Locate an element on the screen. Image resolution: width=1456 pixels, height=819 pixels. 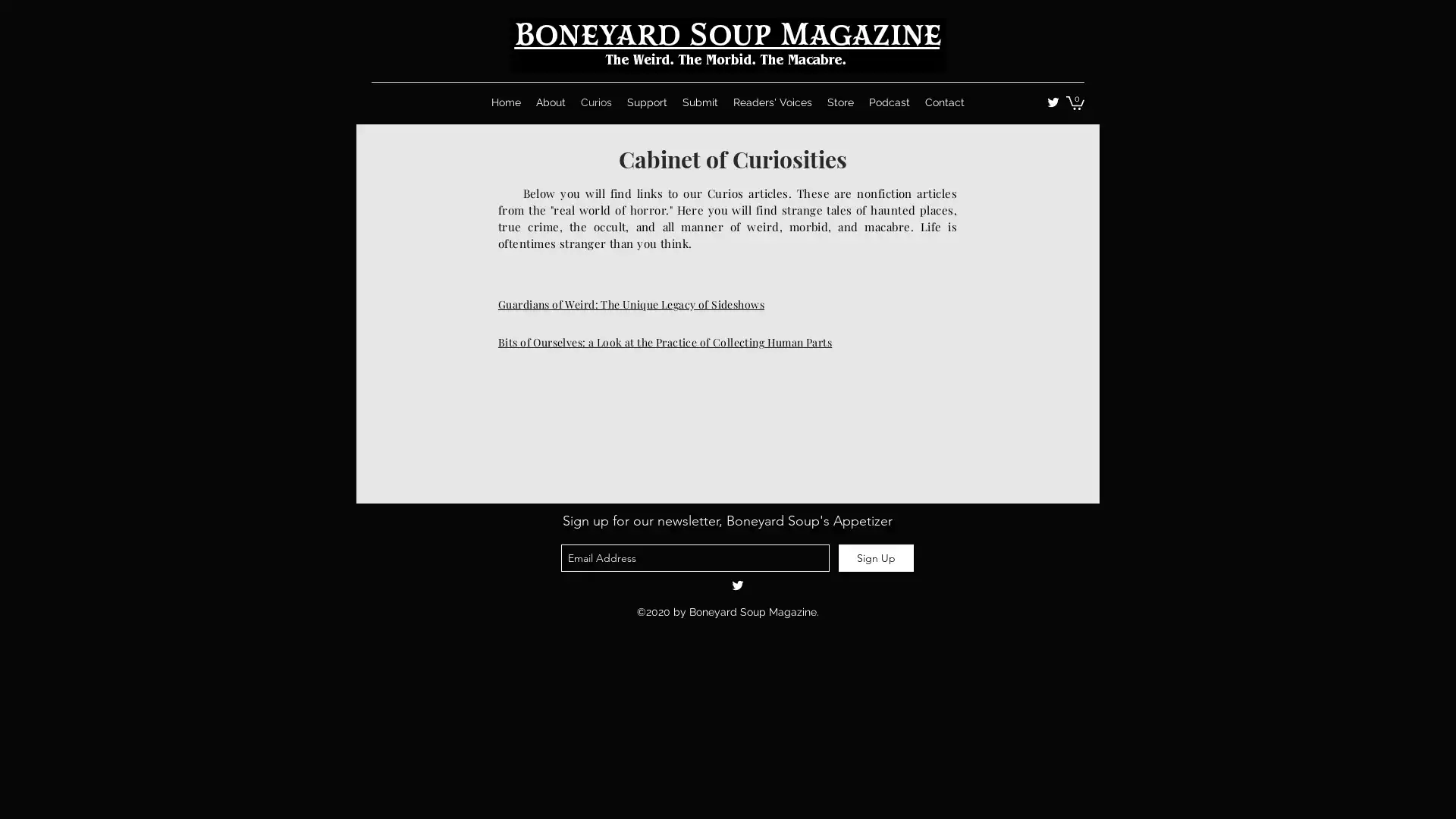
Sign Up is located at coordinates (876, 558).